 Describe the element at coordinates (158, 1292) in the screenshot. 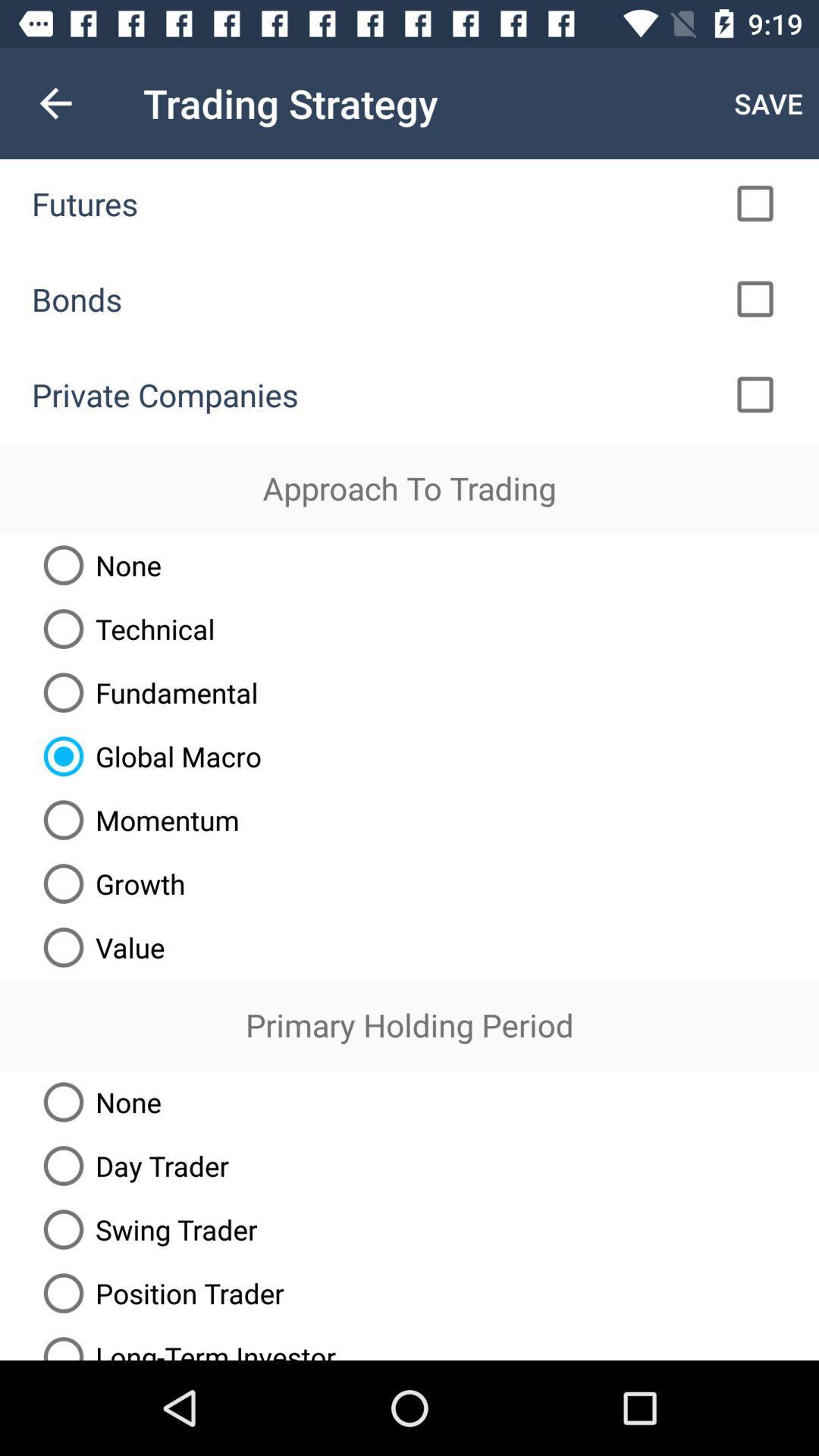

I see `radio button below swing trader` at that location.